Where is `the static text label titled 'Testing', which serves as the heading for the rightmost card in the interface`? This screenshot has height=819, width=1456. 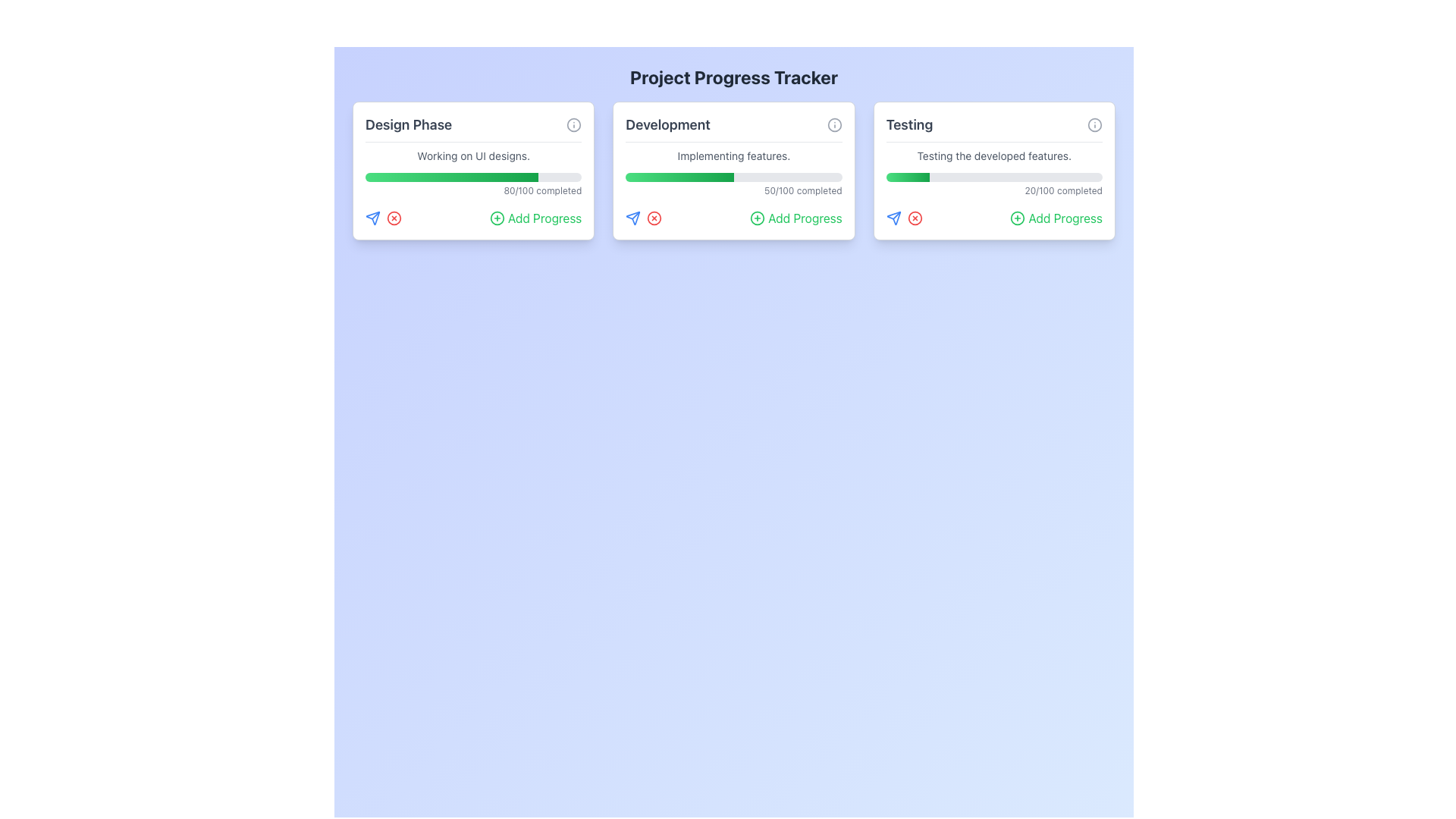 the static text label titled 'Testing', which serves as the heading for the rightmost card in the interface is located at coordinates (909, 124).